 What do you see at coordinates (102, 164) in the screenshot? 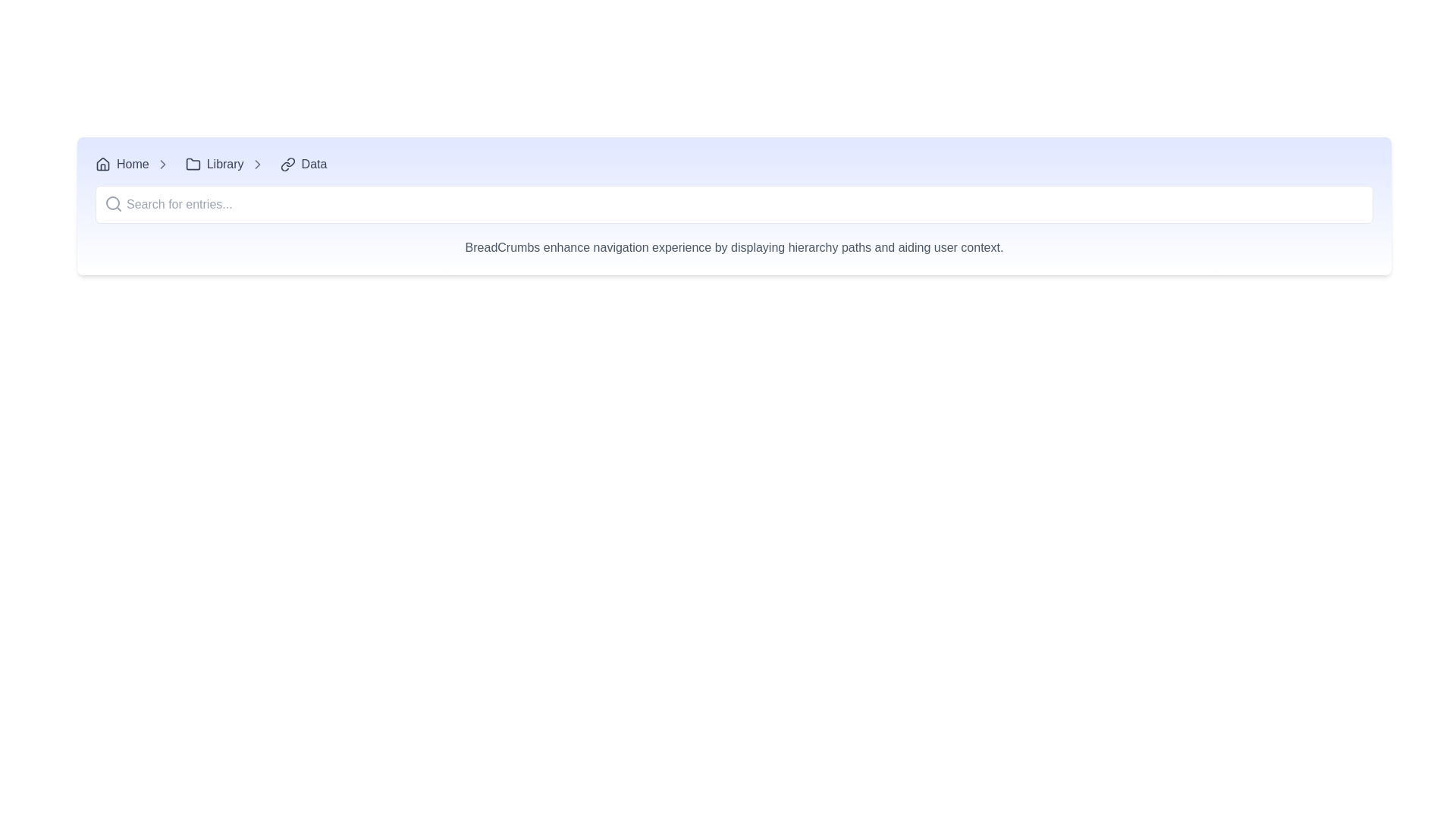
I see `the 'Home' navigation icon located at the far left of the breadcrumb navigation bar to trigger a tooltip or visual effect` at bounding box center [102, 164].